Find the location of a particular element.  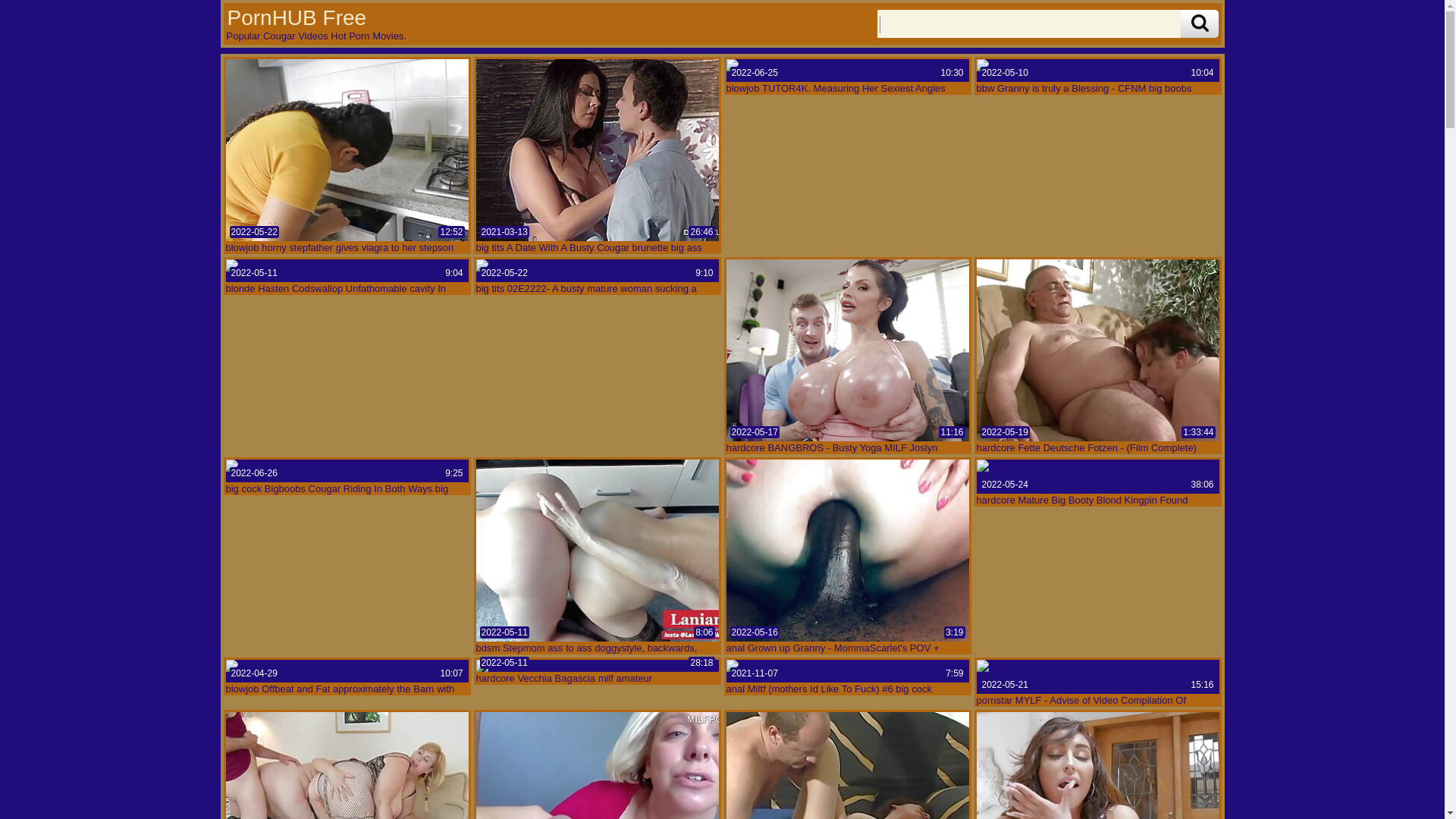

'PornHUB Free' is located at coordinates (296, 17).